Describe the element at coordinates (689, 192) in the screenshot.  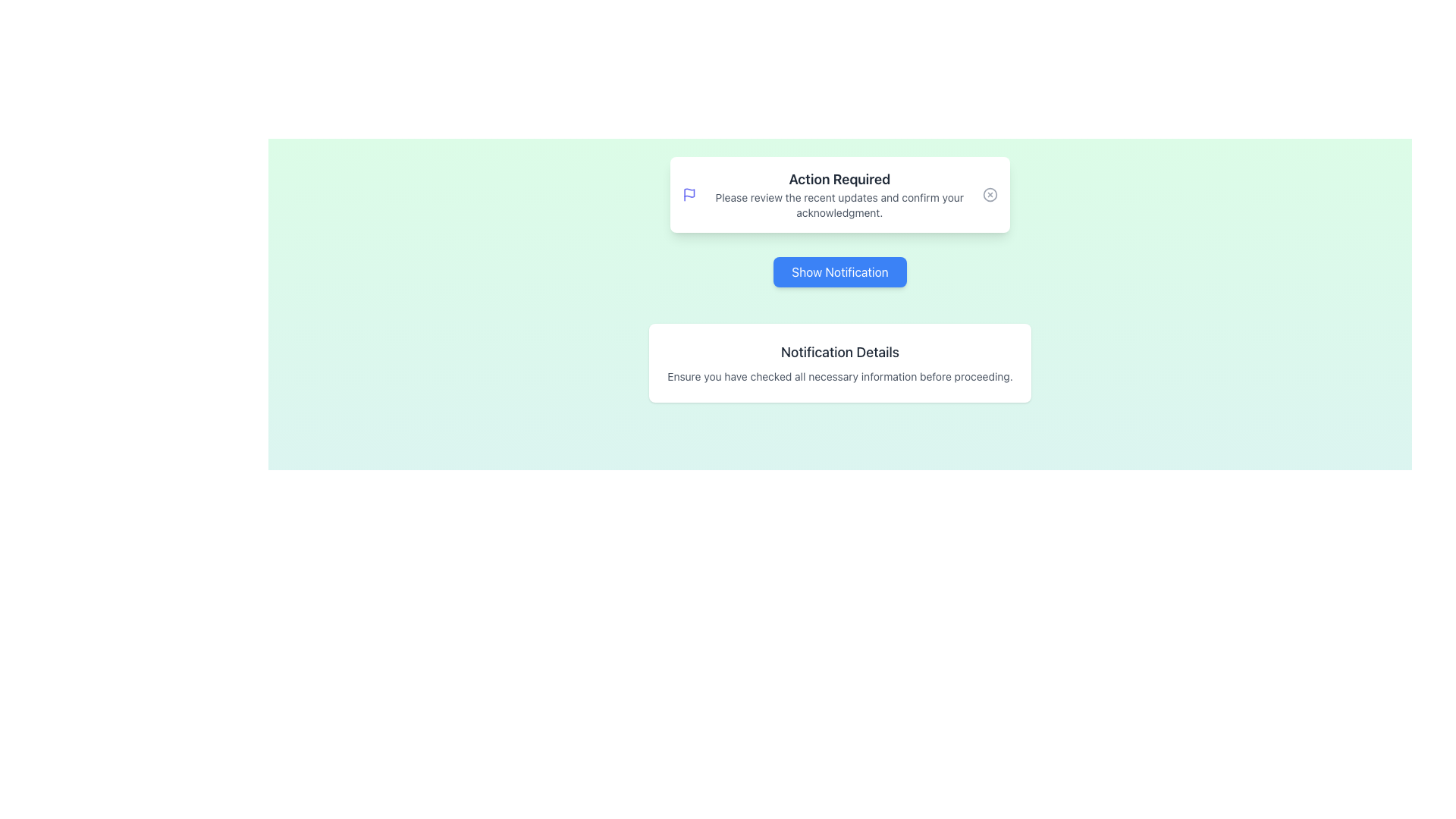
I see `the small red-colored flag icon located at the top-left corner of the 'Action Required' notification card` at that location.